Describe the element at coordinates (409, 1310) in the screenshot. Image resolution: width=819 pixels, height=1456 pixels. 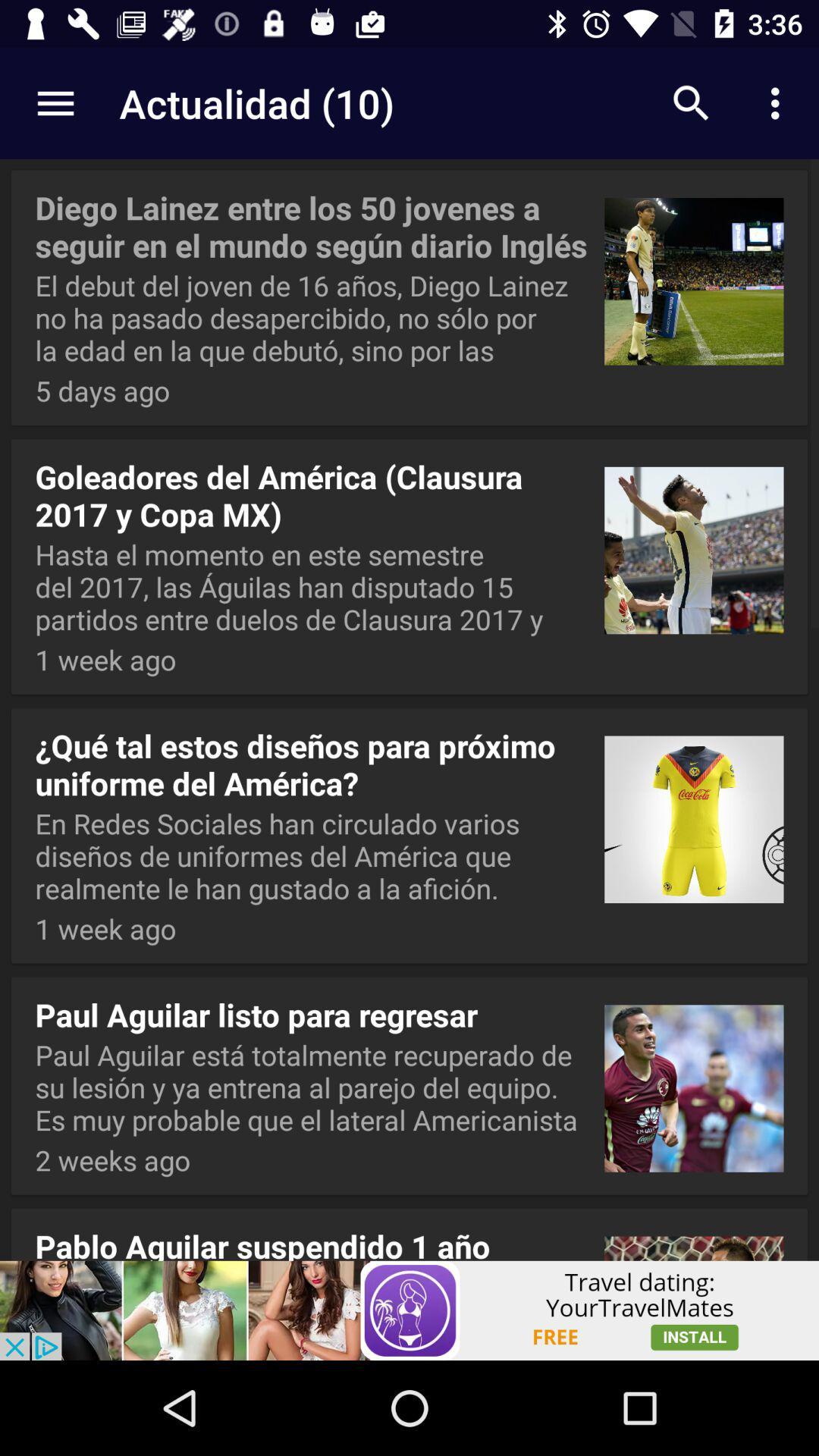
I see `install the particular app` at that location.